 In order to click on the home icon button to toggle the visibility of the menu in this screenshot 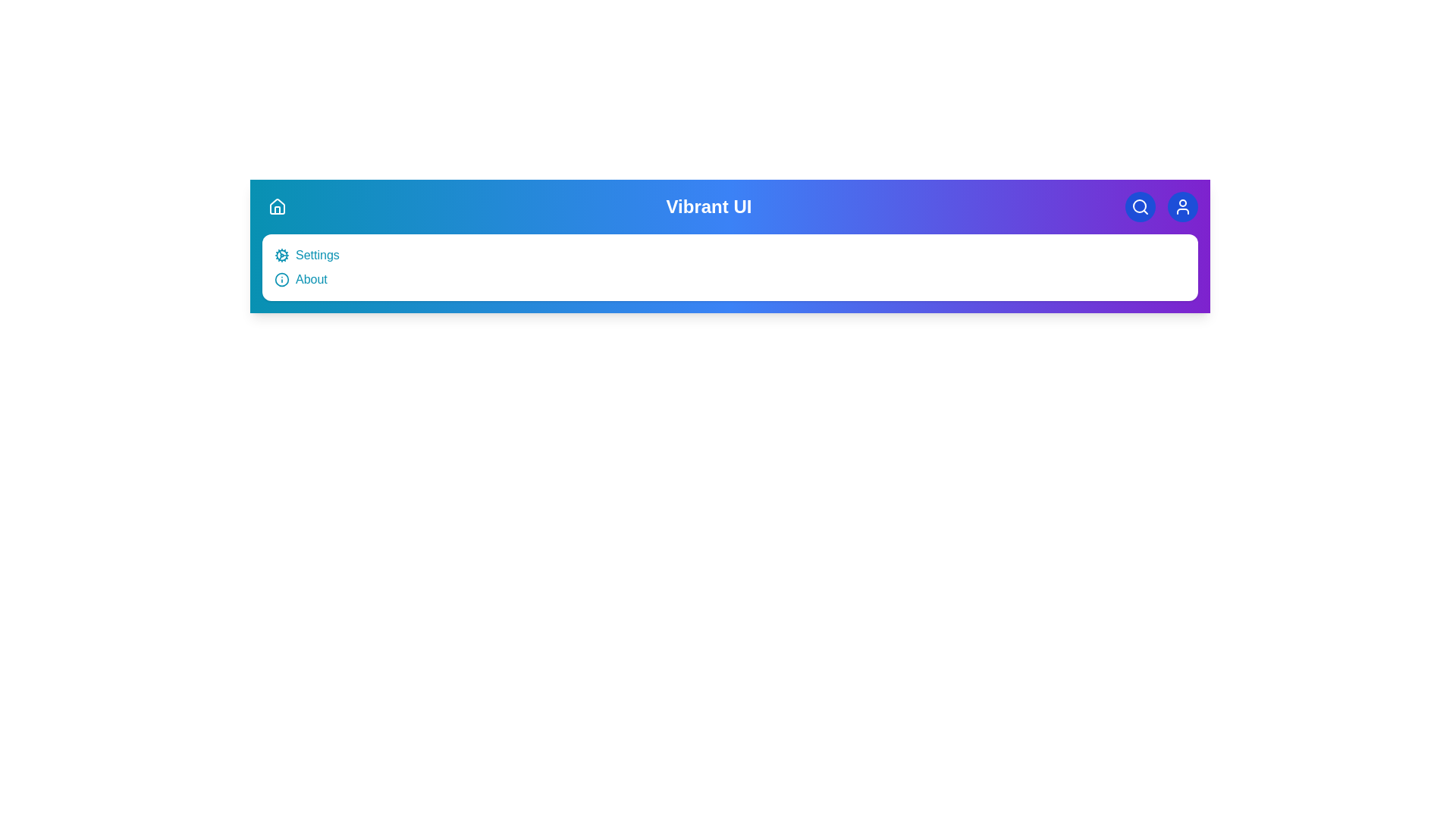, I will do `click(277, 207)`.